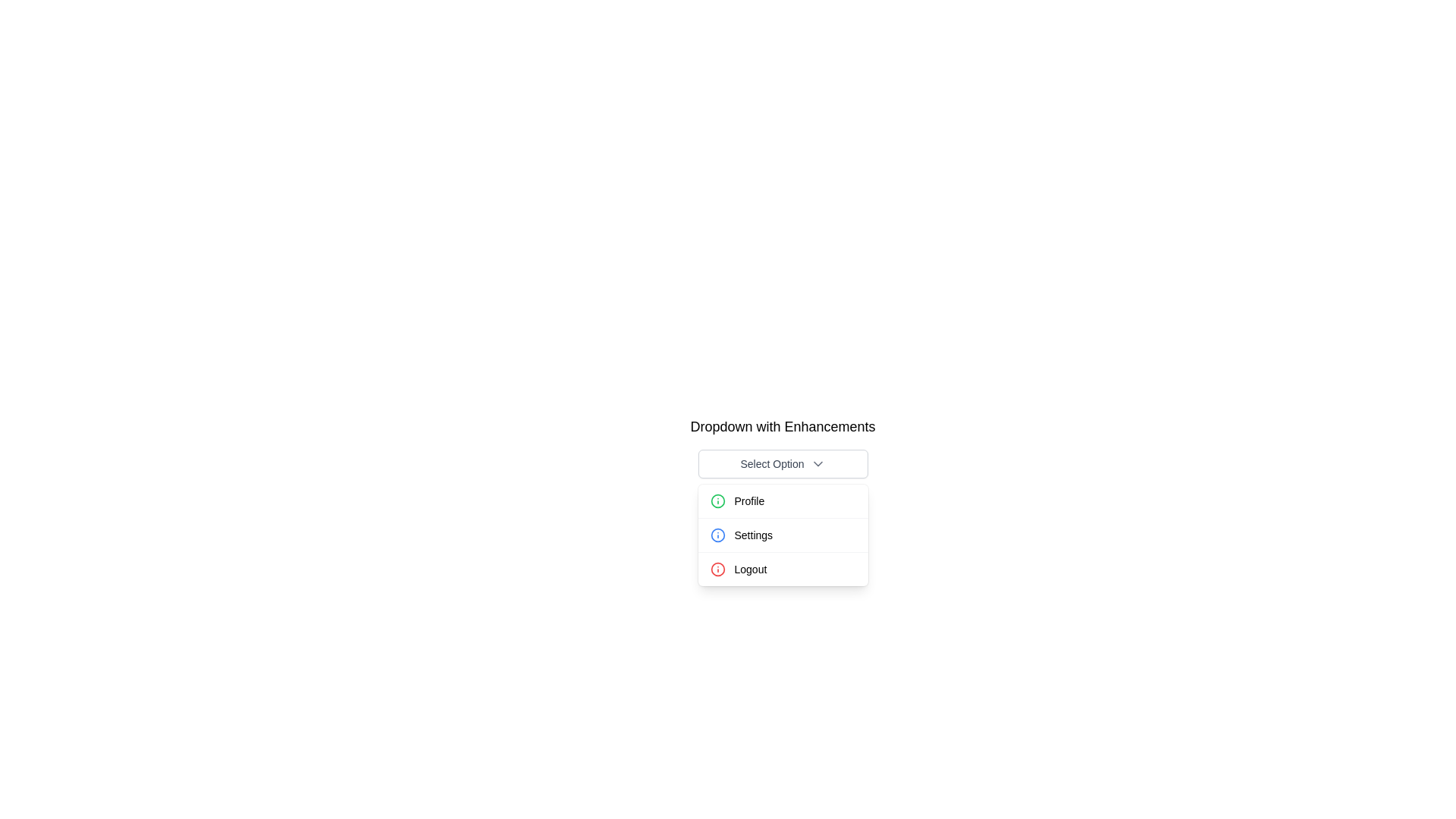 The height and width of the screenshot is (819, 1456). Describe the element at coordinates (717, 534) in the screenshot. I see `the icon located at the beginning of the 'Settings' row in the vertical dropdown menu` at that location.